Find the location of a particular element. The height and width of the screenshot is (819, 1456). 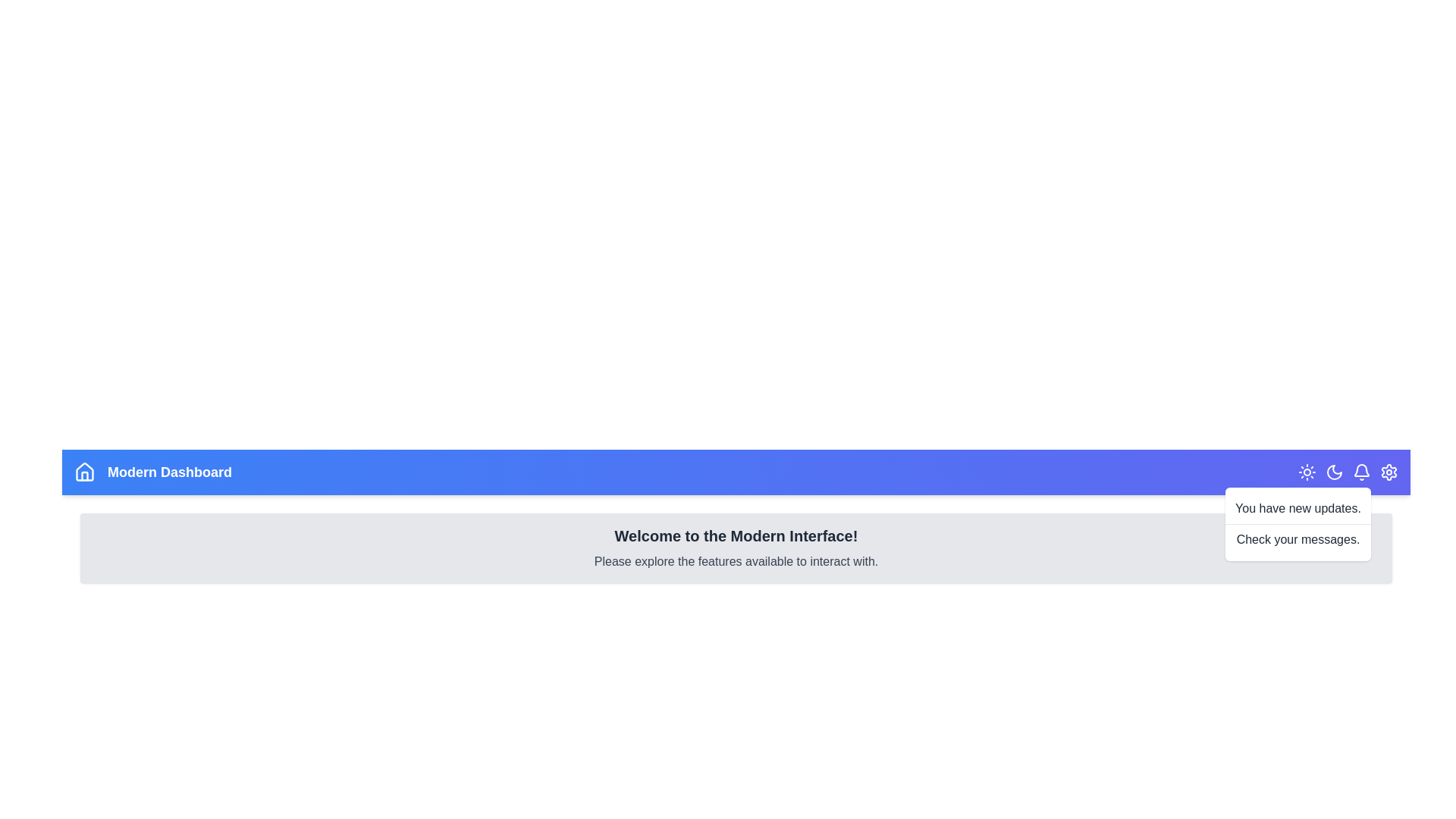

the bell icon to toggle the notifications is located at coordinates (1361, 472).